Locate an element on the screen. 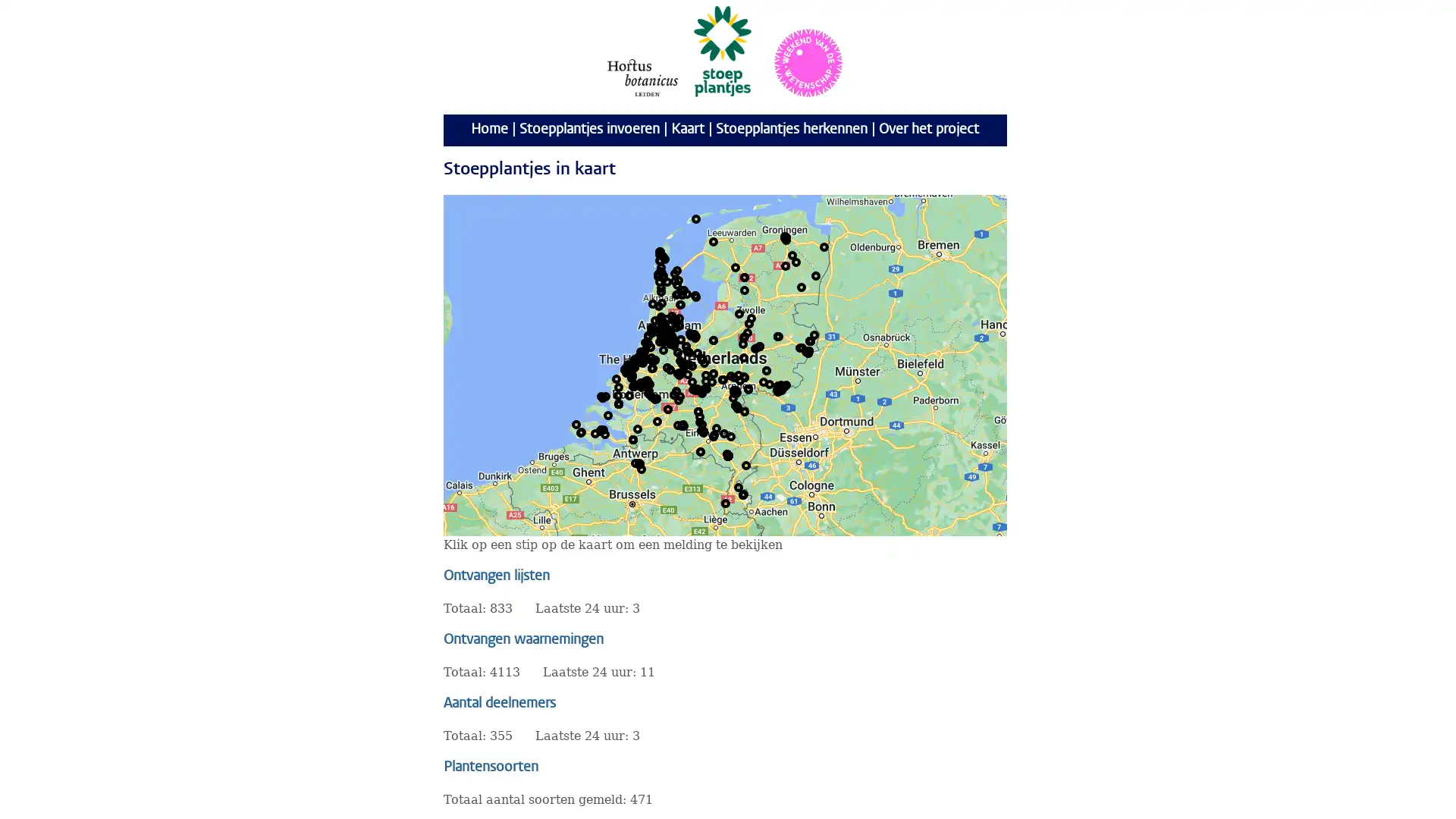 The width and height of the screenshot is (1456, 819). Telling van Marcel Meijer Hof op 19 januari 2022 is located at coordinates (806, 350).